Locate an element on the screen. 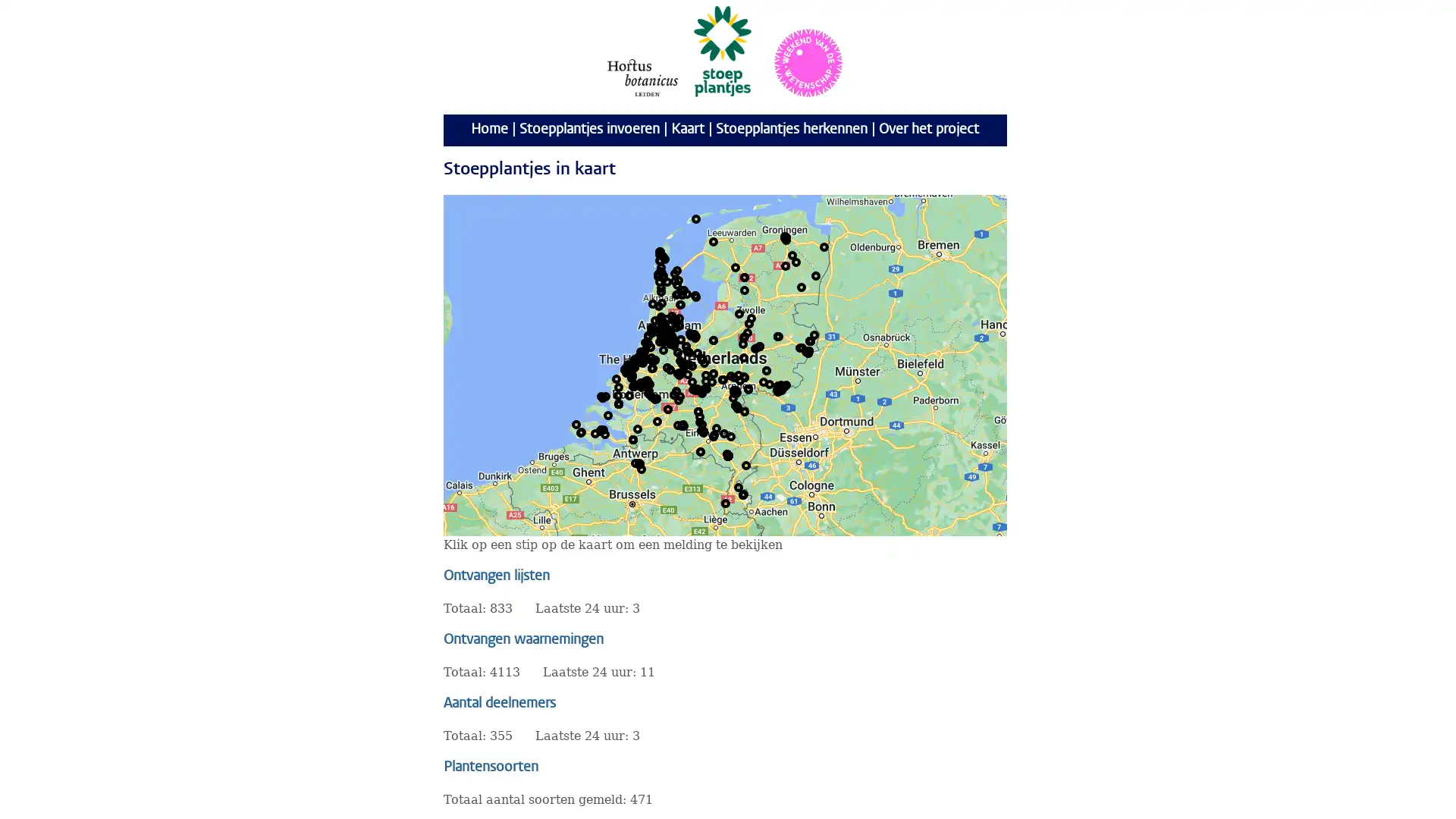 The width and height of the screenshot is (1456, 819). Telling van Marcel Meijer Hof op 19 januari 2022 is located at coordinates (806, 350).